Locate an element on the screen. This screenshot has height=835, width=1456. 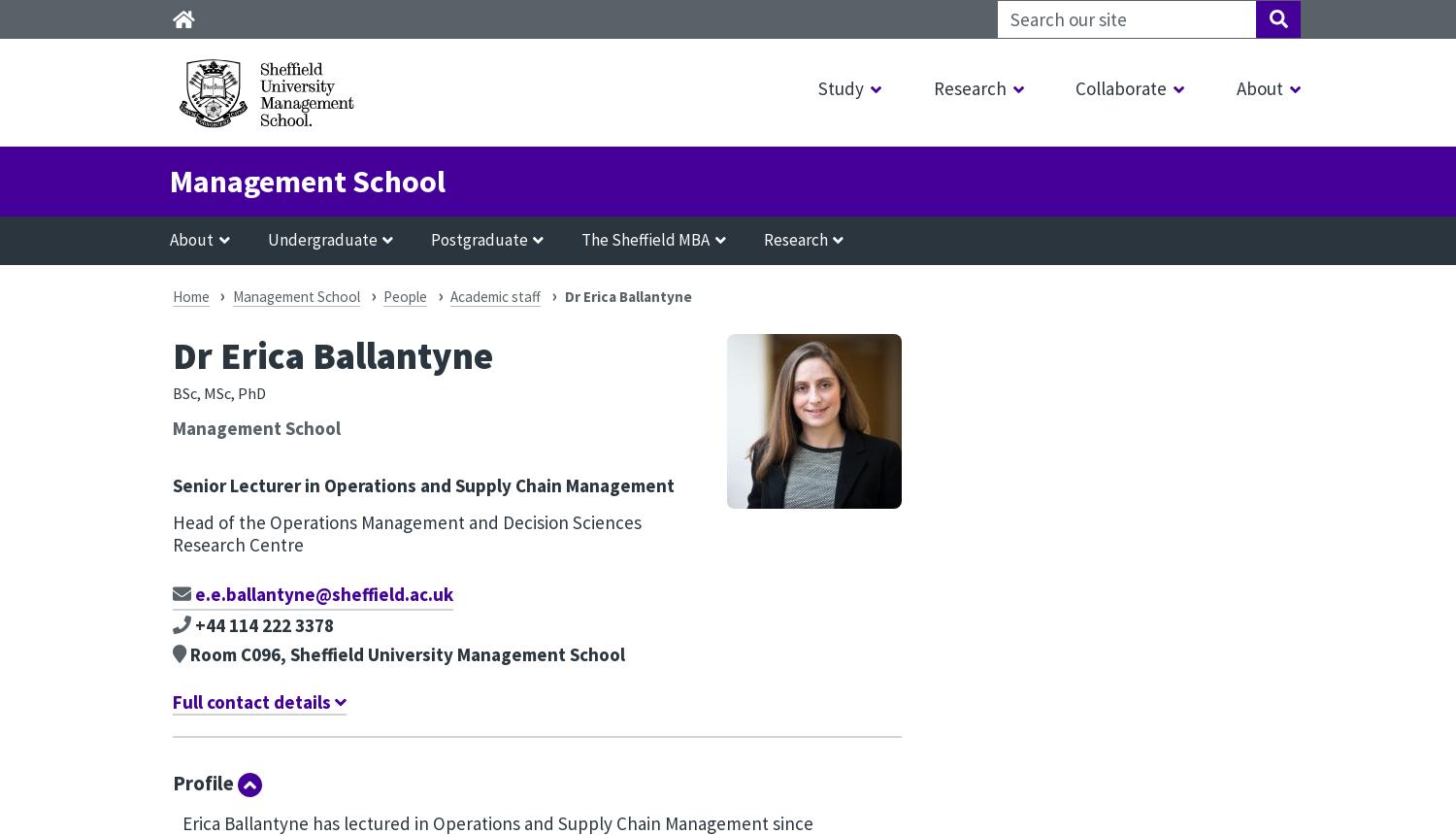
'People' is located at coordinates (405, 295).